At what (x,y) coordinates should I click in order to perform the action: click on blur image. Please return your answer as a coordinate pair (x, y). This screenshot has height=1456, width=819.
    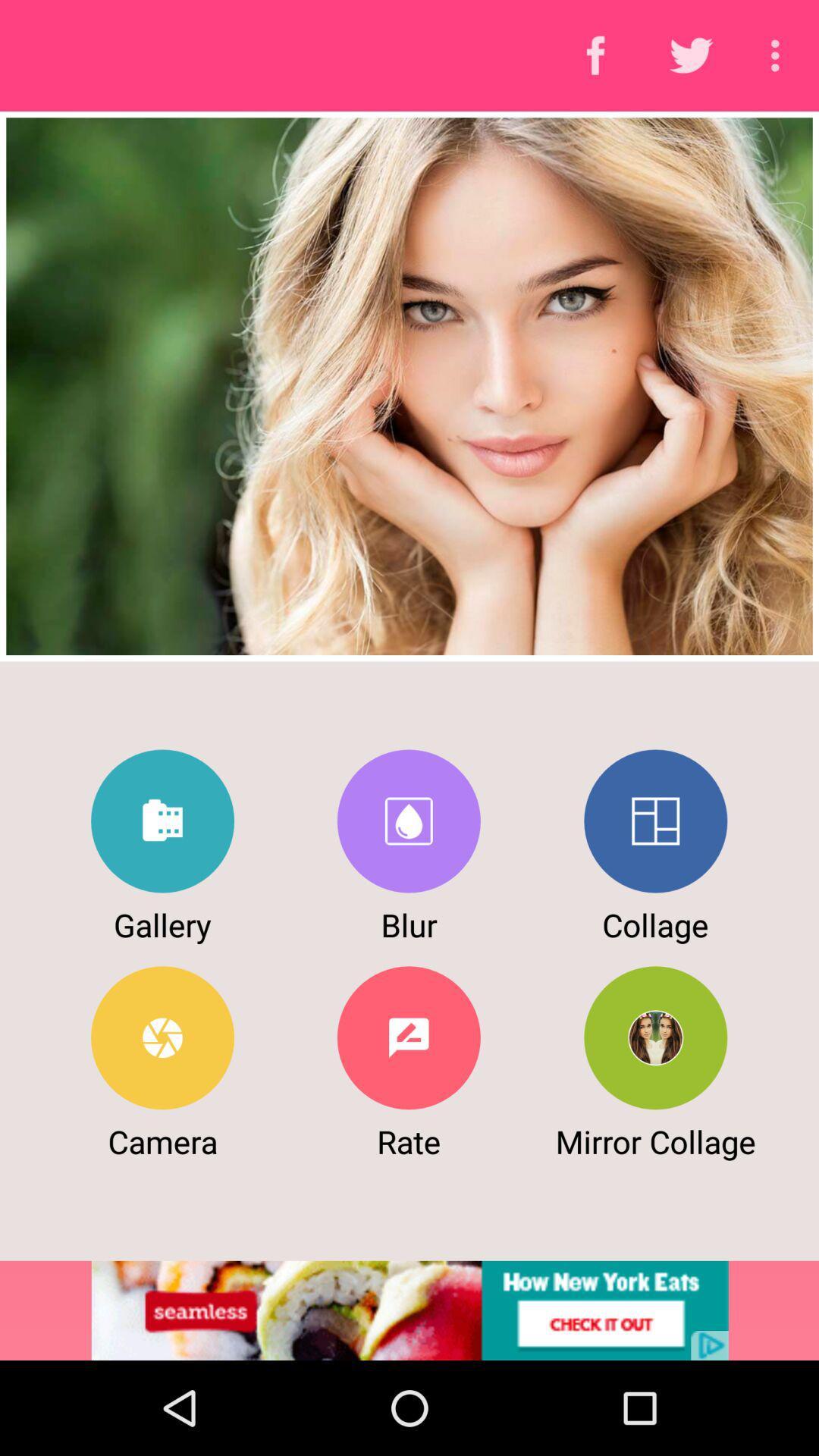
    Looking at the image, I should click on (408, 821).